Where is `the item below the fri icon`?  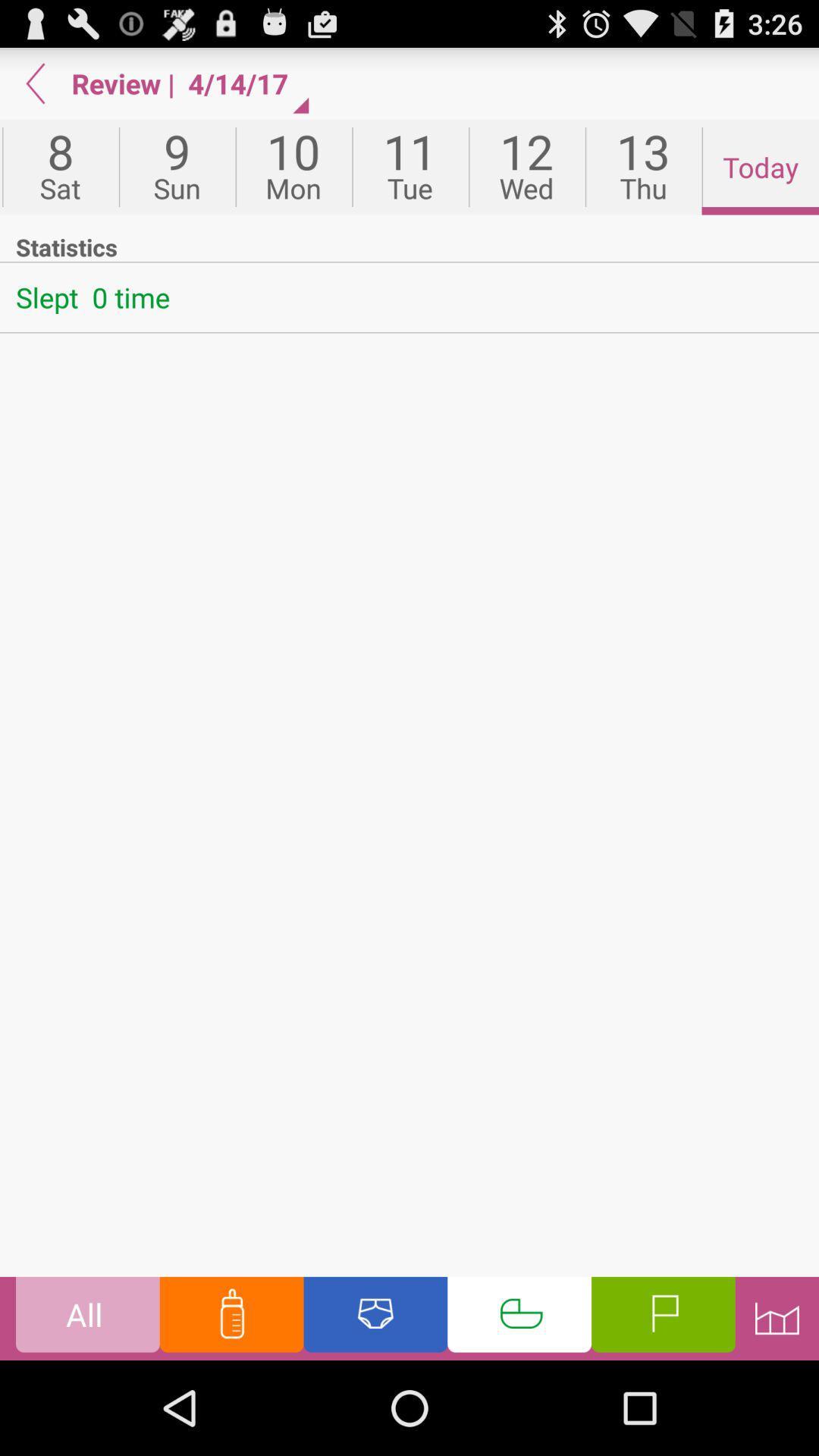 the item below the fri icon is located at coordinates (409, 246).